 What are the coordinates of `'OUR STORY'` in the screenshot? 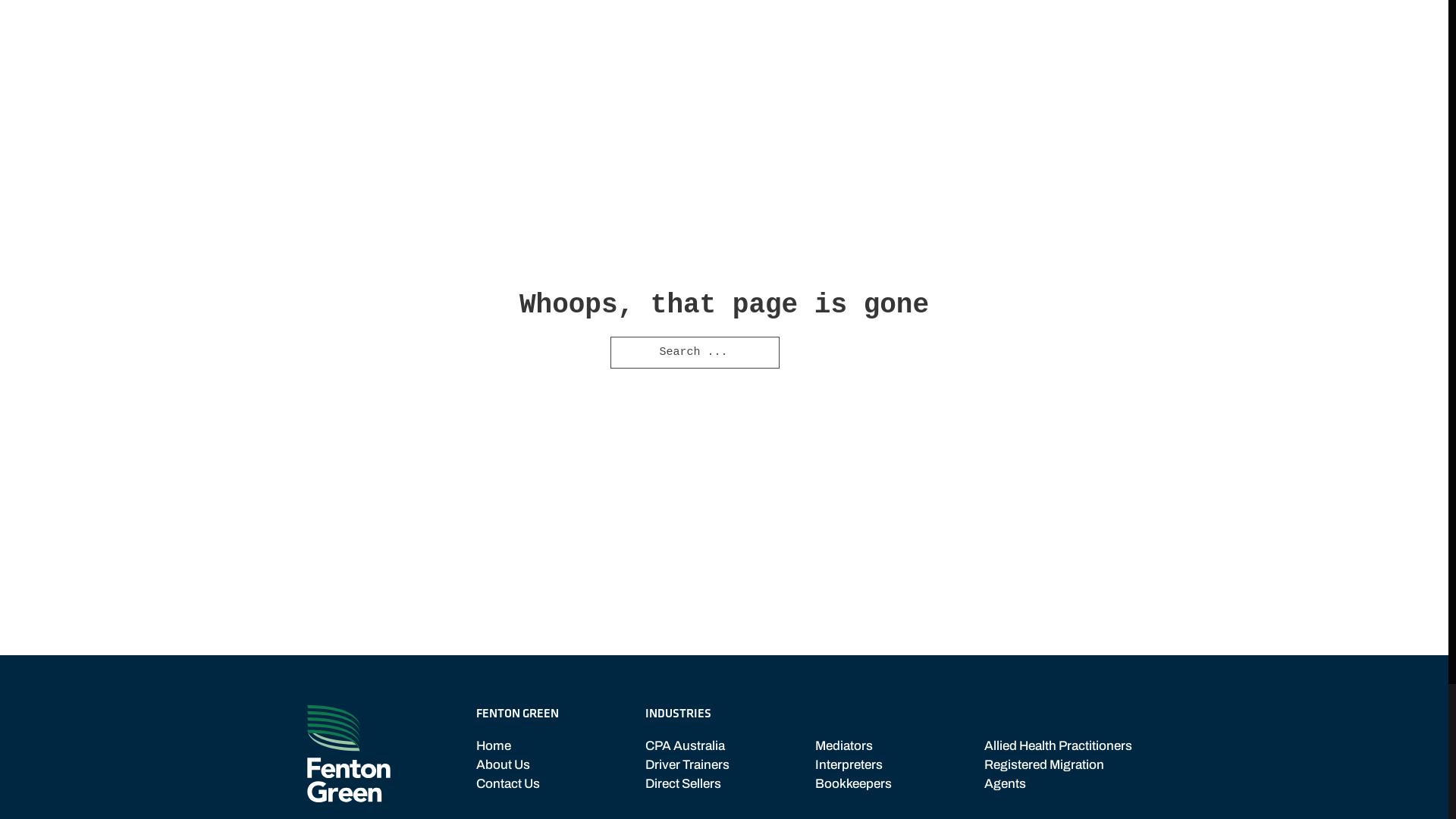 It's located at (862, 30).